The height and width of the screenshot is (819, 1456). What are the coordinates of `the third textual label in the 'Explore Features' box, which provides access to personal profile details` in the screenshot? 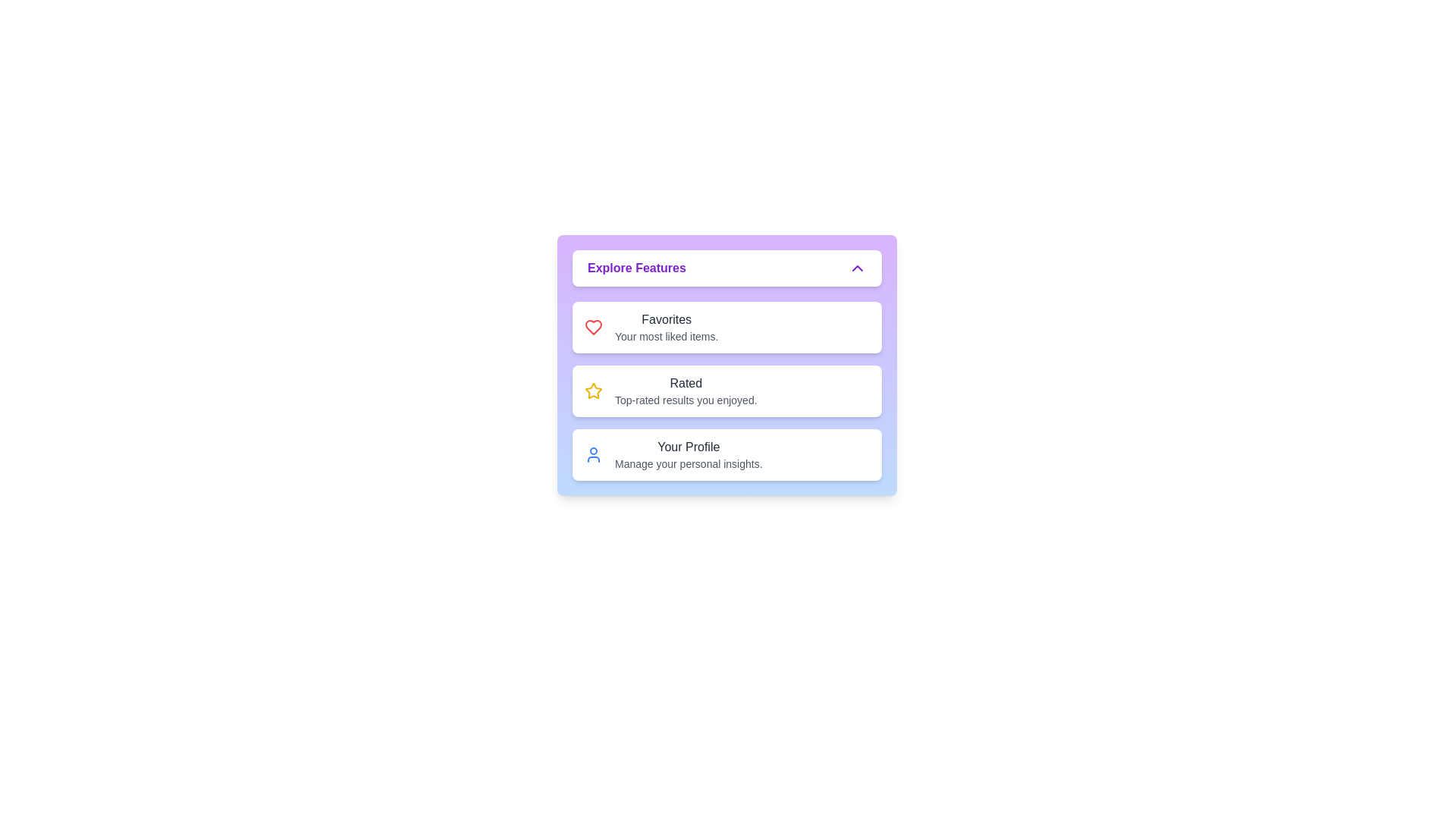 It's located at (688, 454).